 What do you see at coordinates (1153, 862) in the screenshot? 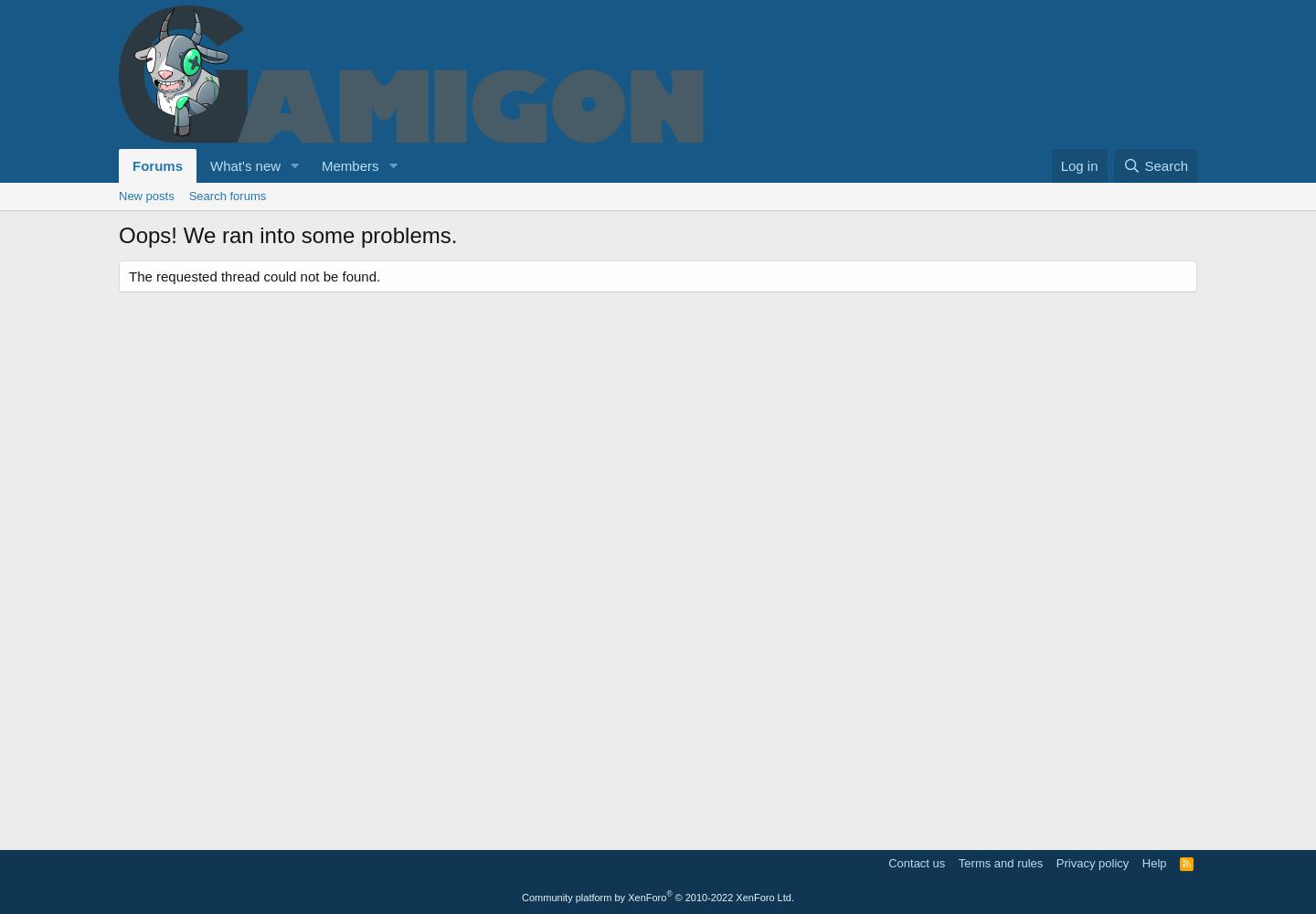
I see `'Help'` at bounding box center [1153, 862].